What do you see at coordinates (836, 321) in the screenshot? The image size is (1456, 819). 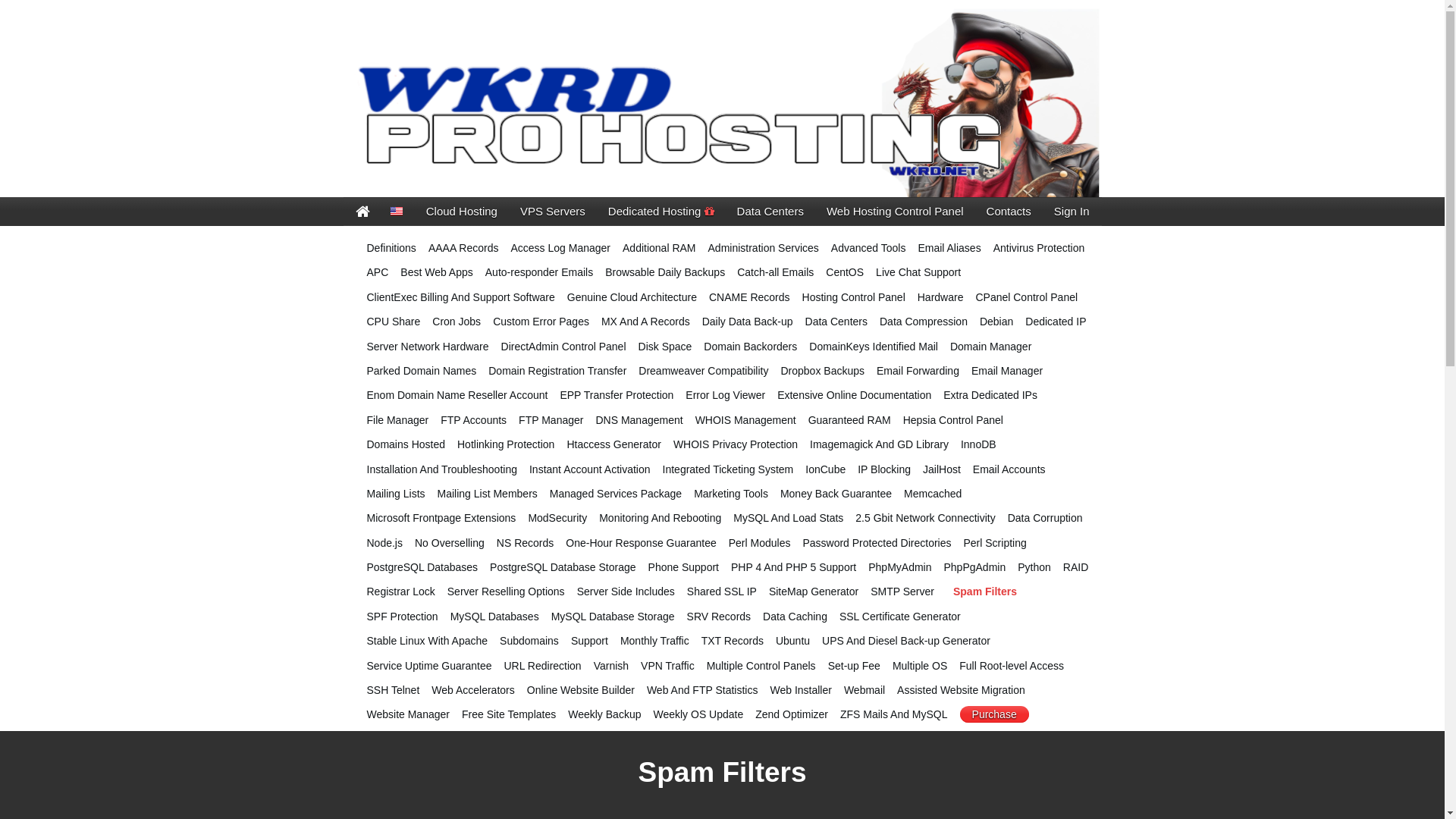 I see `'Data Centers'` at bounding box center [836, 321].